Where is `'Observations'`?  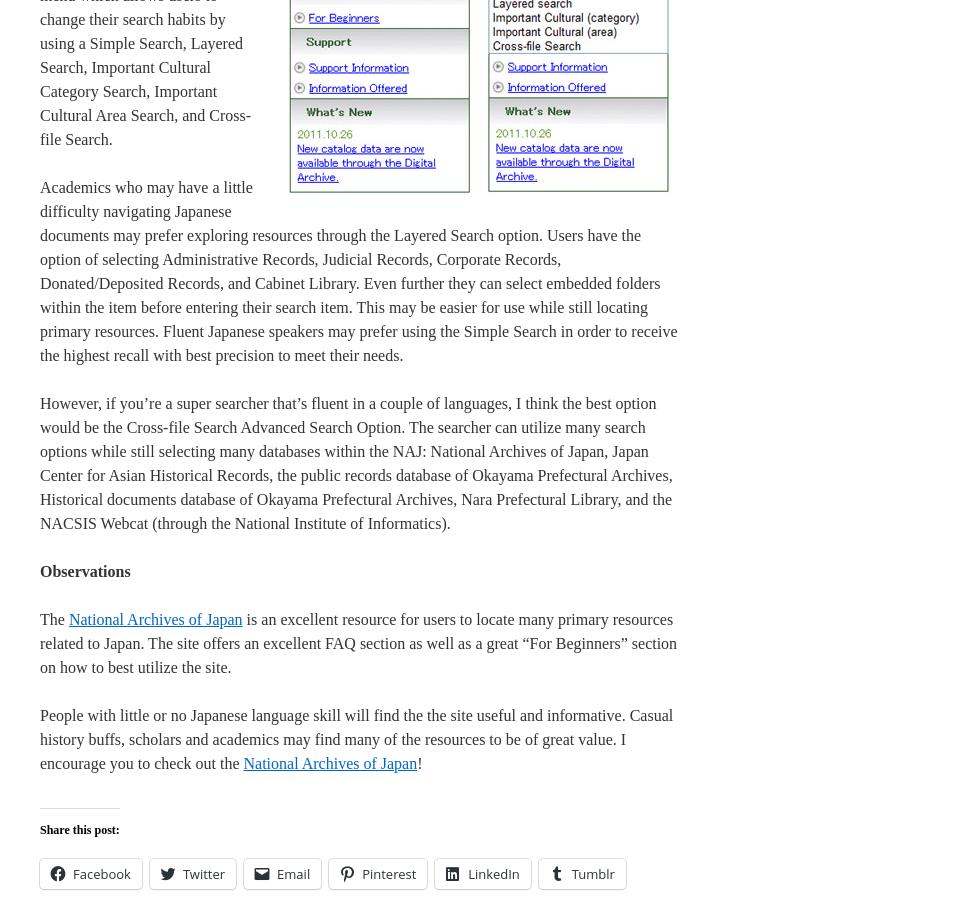 'Observations' is located at coordinates (84, 570).